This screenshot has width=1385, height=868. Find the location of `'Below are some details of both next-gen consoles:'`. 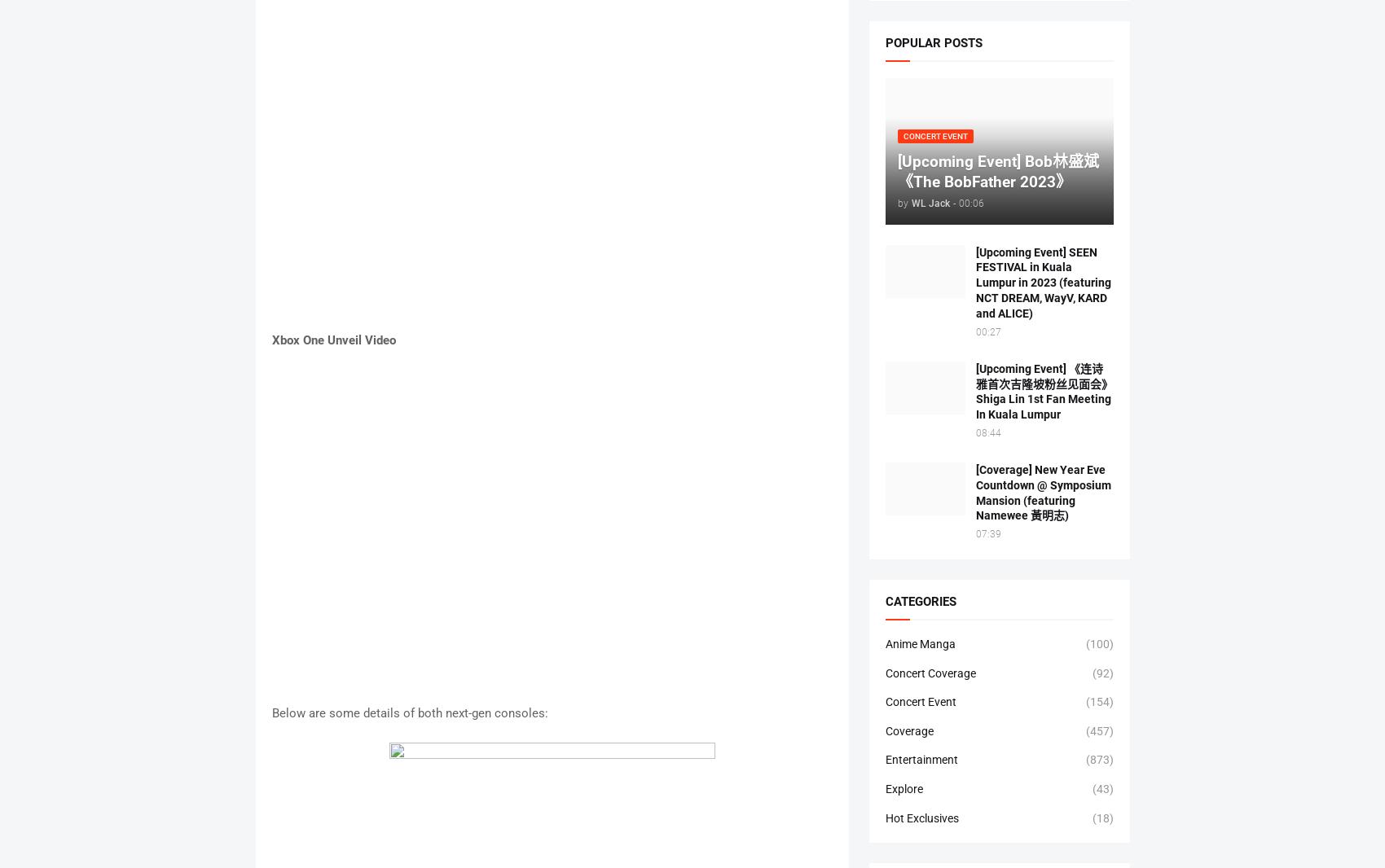

'Below are some details of both next-gen consoles:' is located at coordinates (409, 712).